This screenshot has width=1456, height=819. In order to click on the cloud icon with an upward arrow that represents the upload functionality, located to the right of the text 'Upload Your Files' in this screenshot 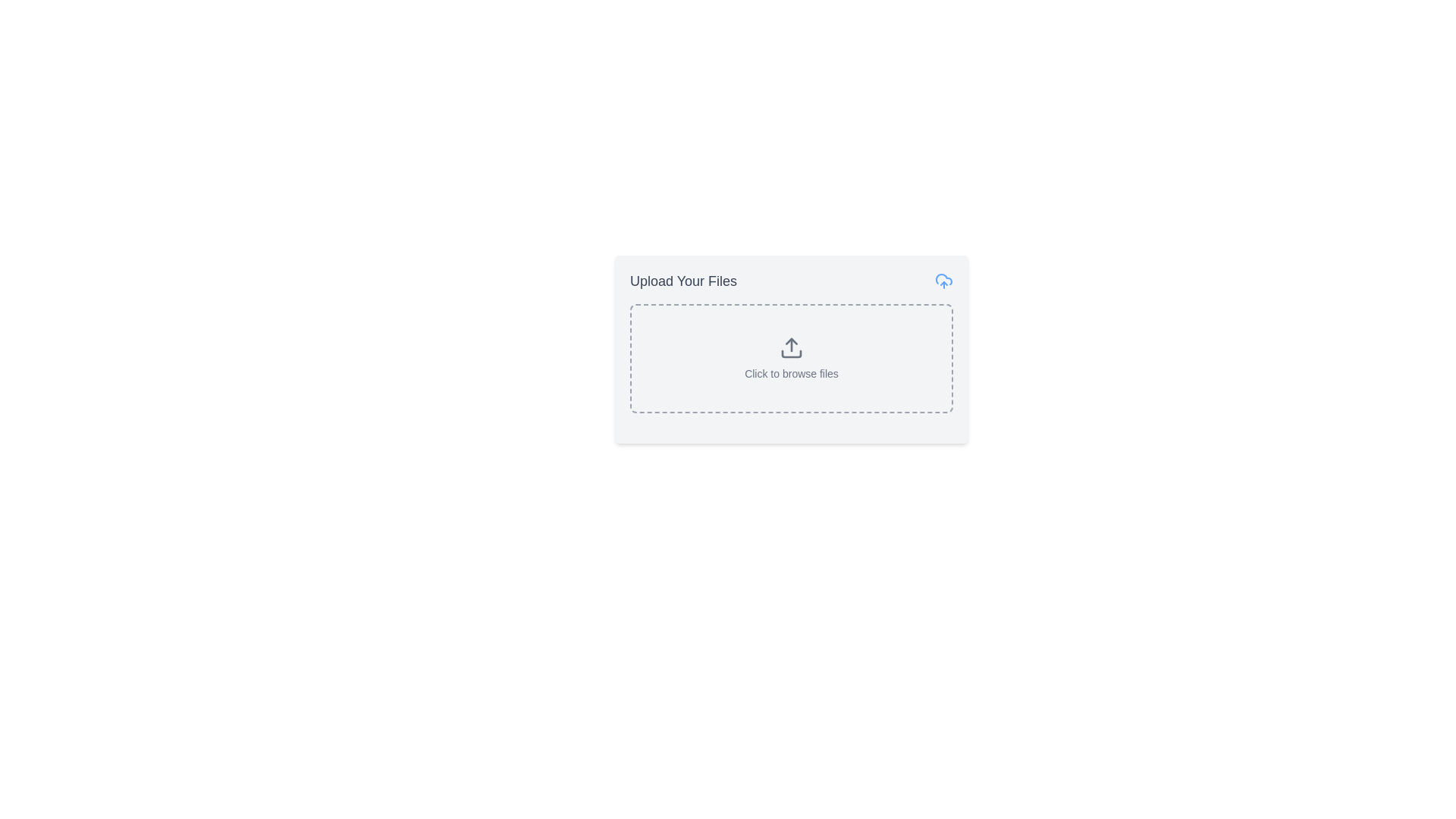, I will do `click(943, 281)`.